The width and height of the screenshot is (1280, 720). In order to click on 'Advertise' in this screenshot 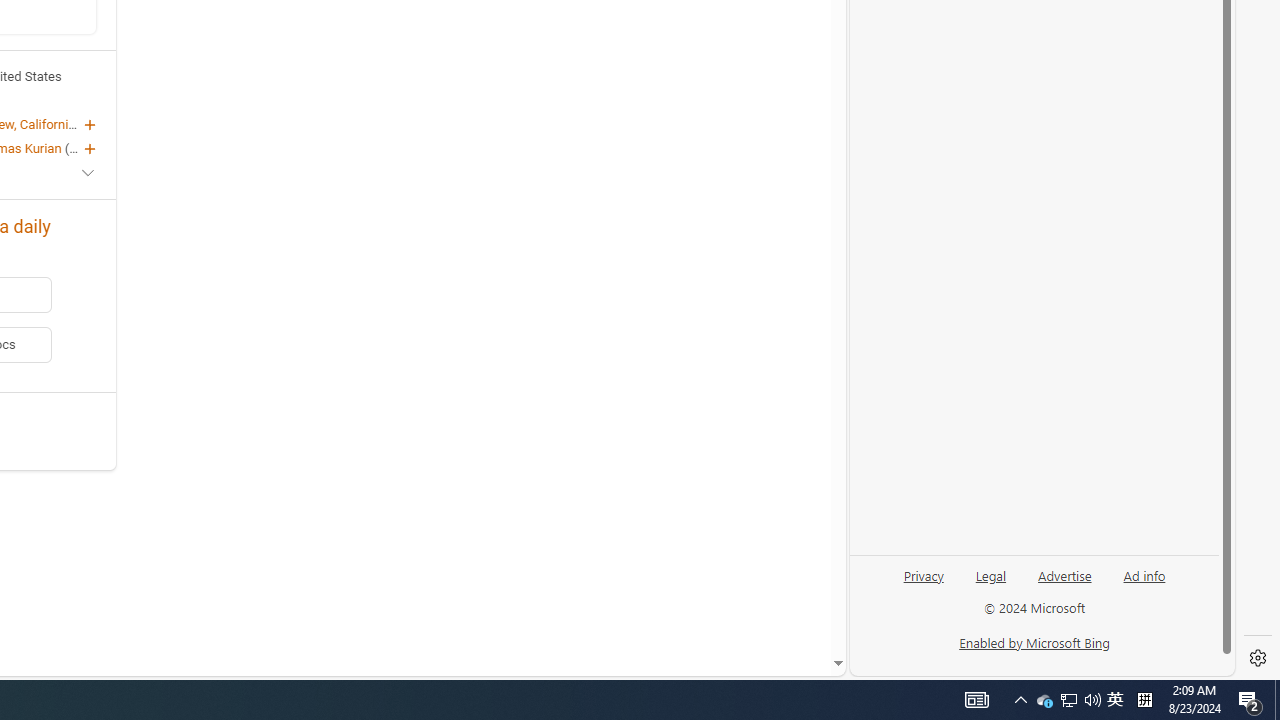, I will do `click(1063, 583)`.